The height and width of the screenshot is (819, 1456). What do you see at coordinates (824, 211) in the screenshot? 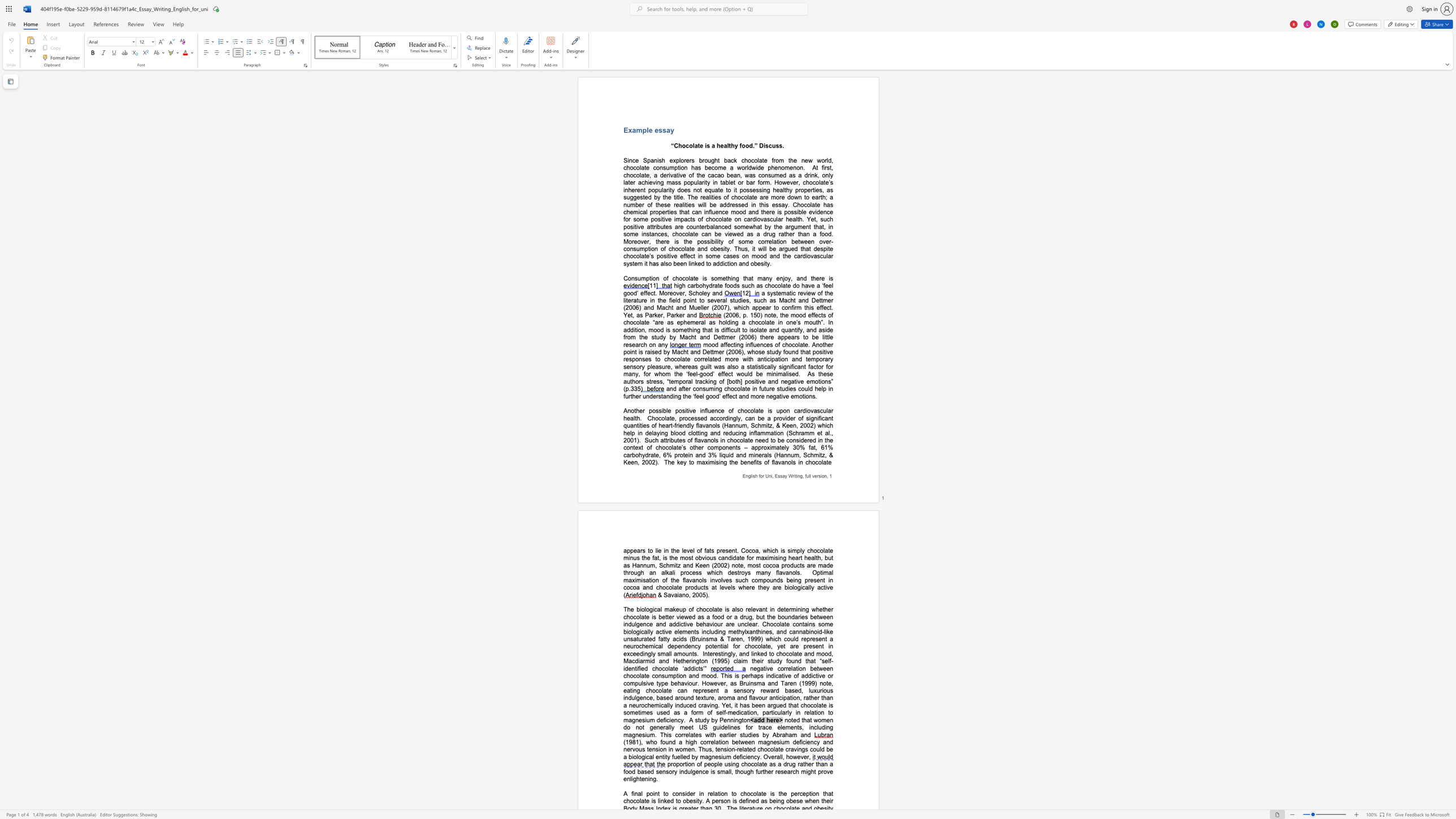
I see `the 1th character "n" in the text` at bounding box center [824, 211].